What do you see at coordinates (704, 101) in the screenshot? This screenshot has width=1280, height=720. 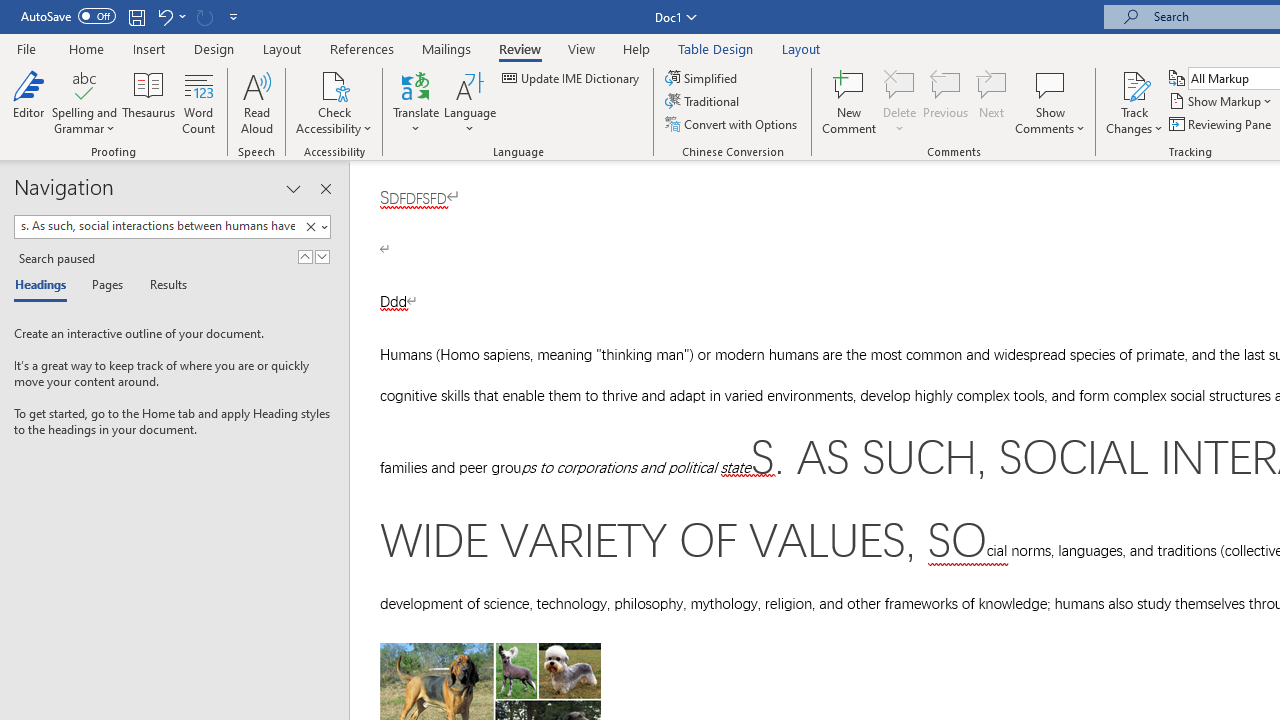 I see `'Traditional'` at bounding box center [704, 101].